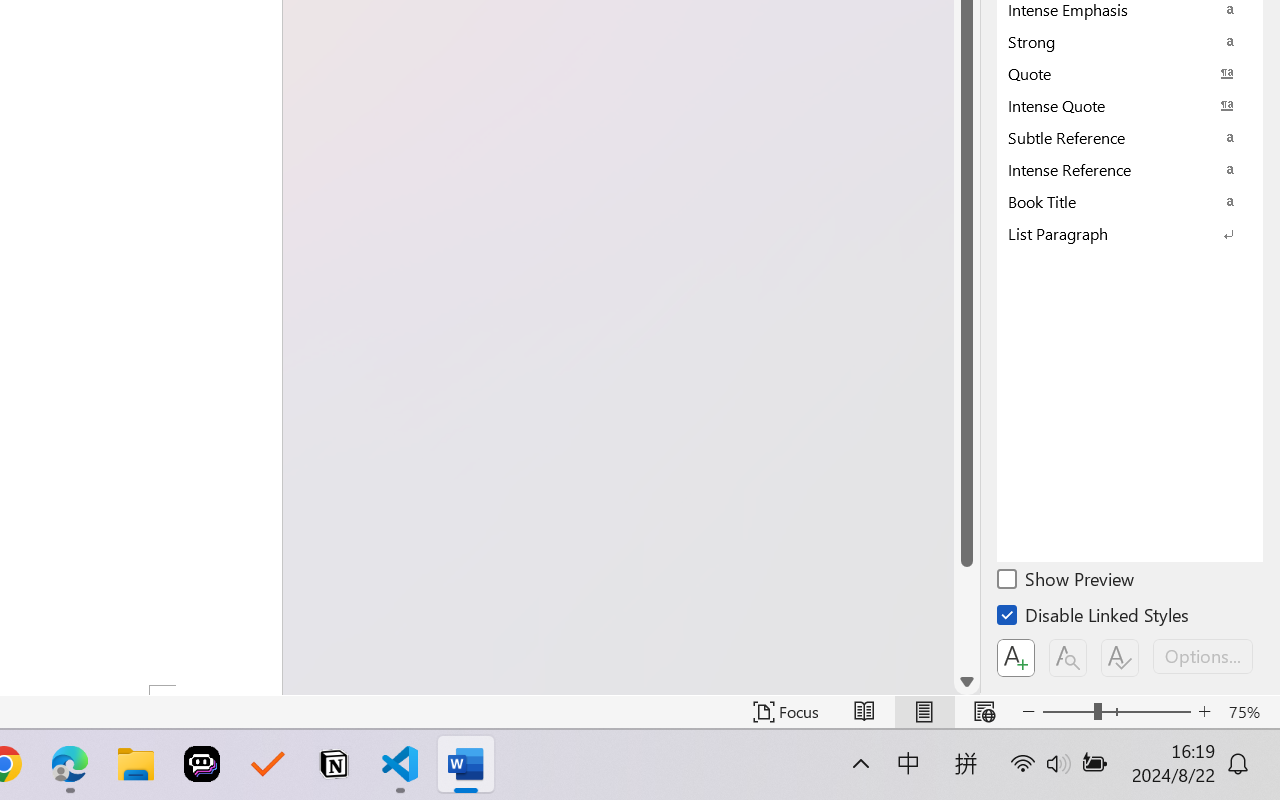 The image size is (1280, 800). I want to click on 'Intense Reference', so click(1130, 168).